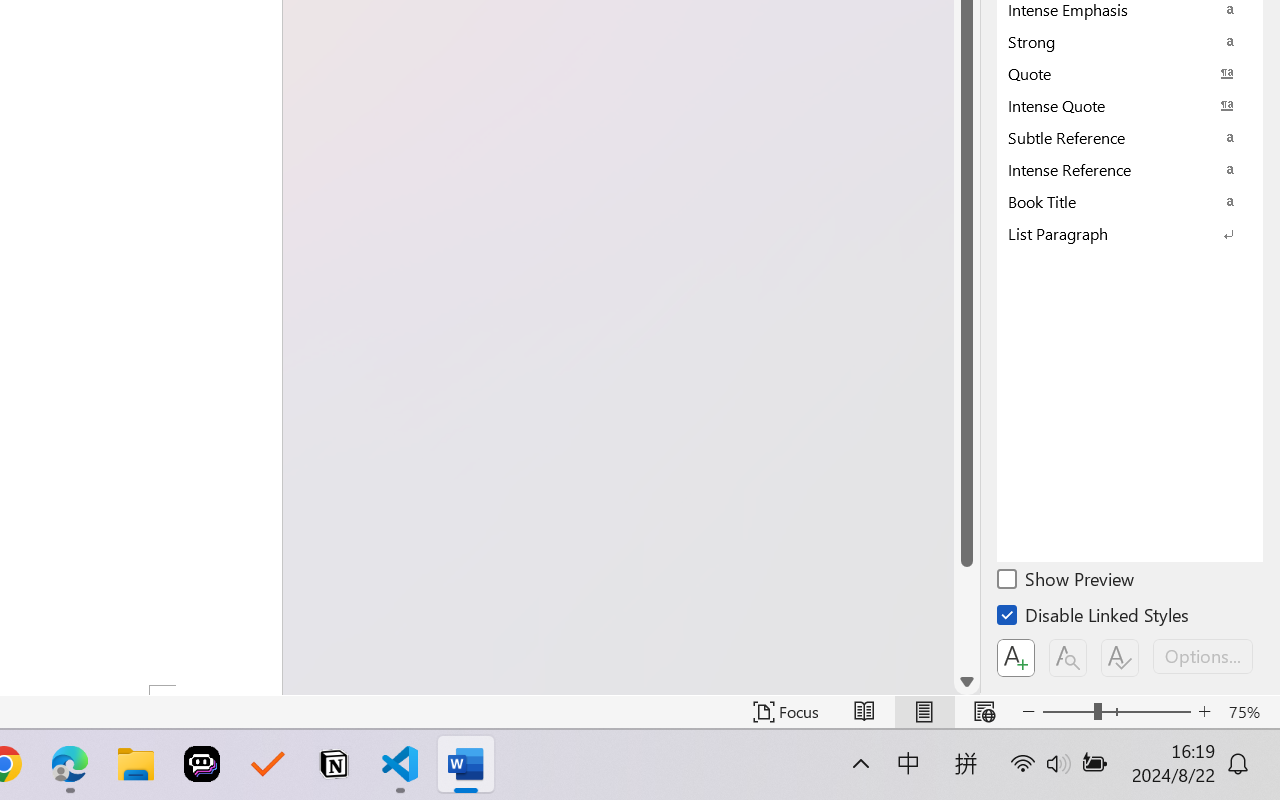 The image size is (1280, 800). I want to click on 'Intense Reference', so click(1130, 168).